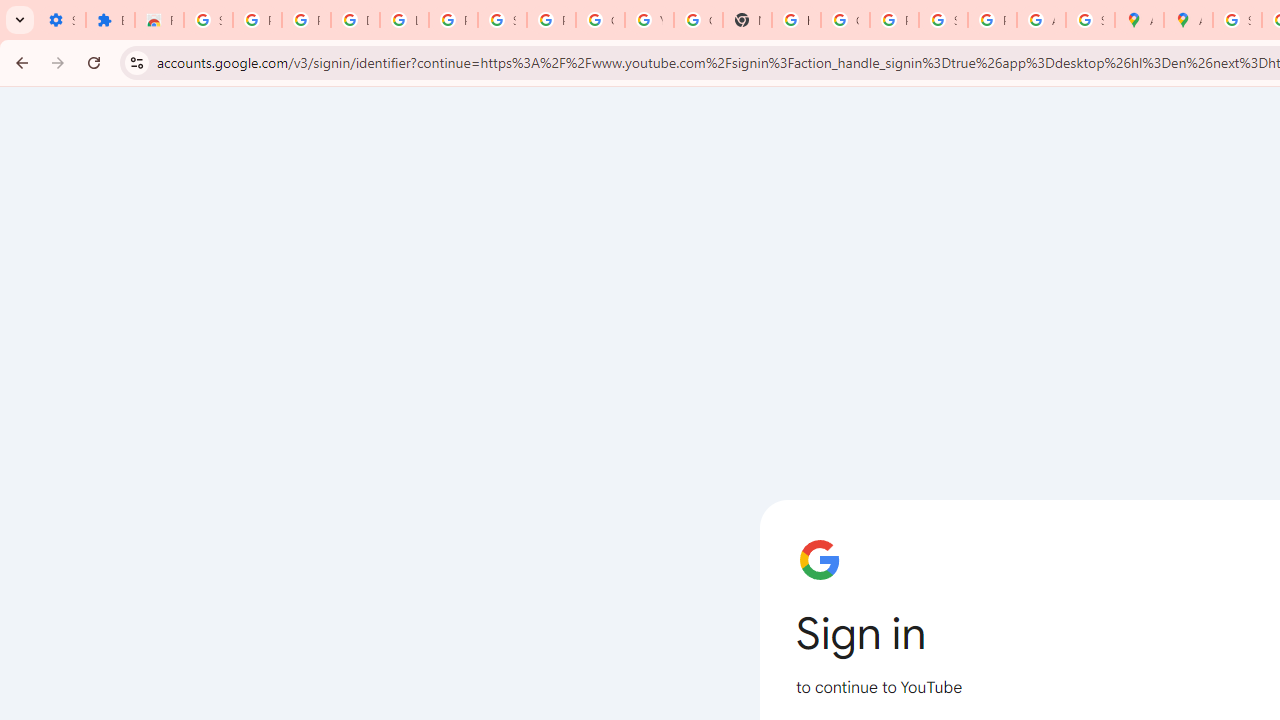 Image resolution: width=1280 pixels, height=720 pixels. I want to click on 'Delete photos & videos - Computer - Google Photos Help', so click(355, 20).